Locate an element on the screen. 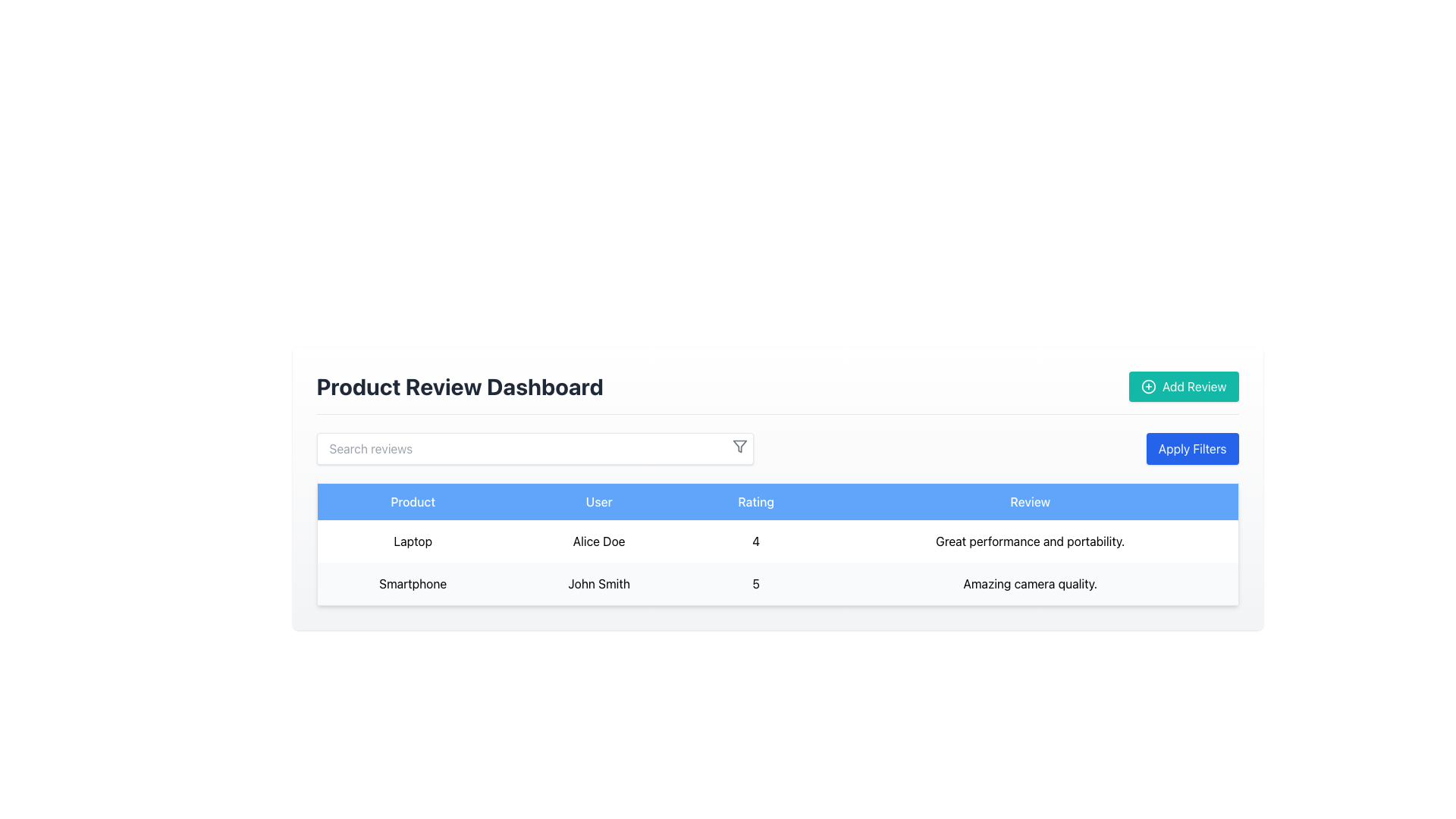  the decorative icon that visually represents the action of adding a review, positioned to the left of the 'Add Review' button text in the upper-right corner of the interface is located at coordinates (1148, 385).